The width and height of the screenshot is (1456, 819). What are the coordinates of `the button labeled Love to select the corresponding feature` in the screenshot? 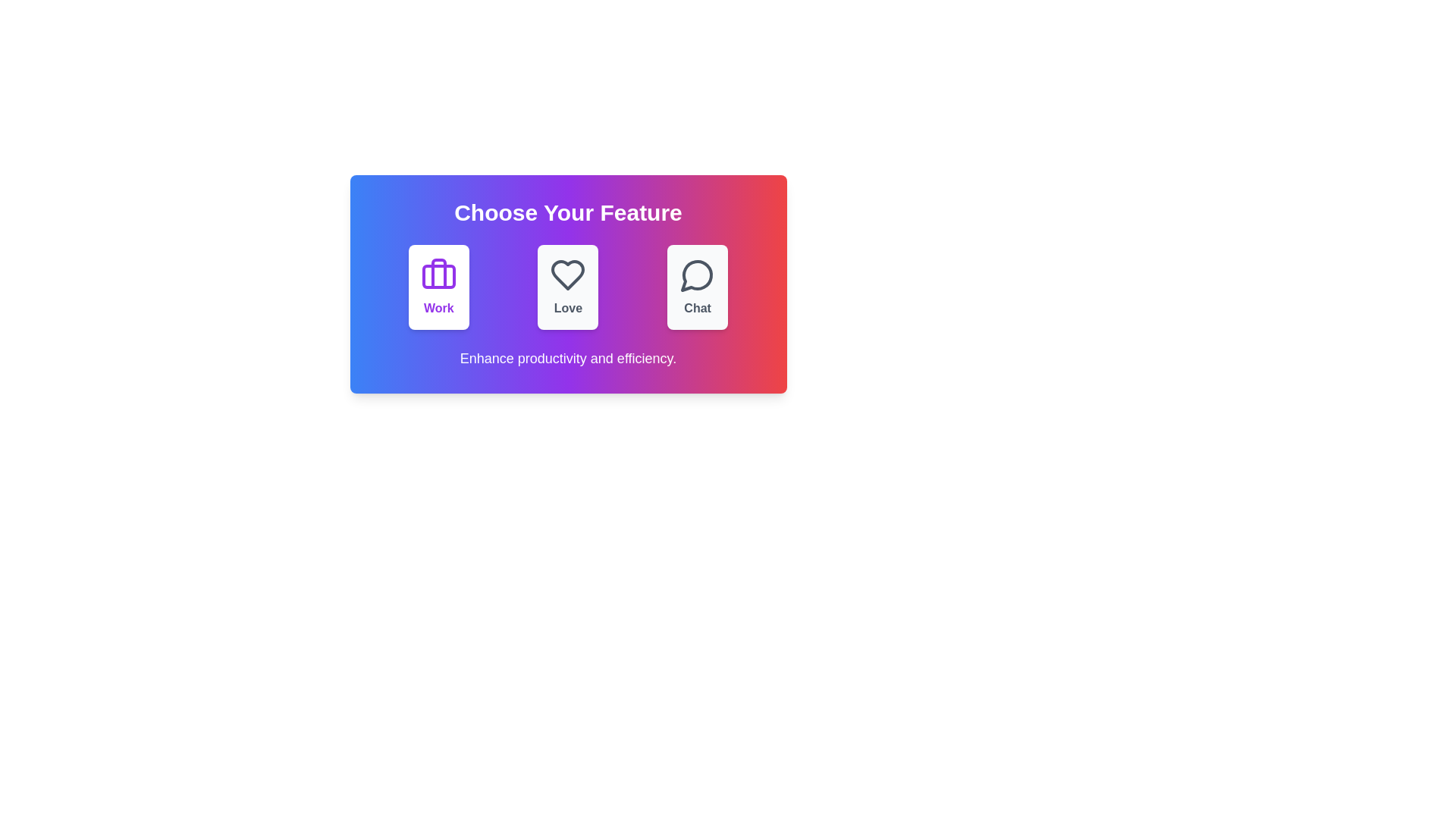 It's located at (567, 287).